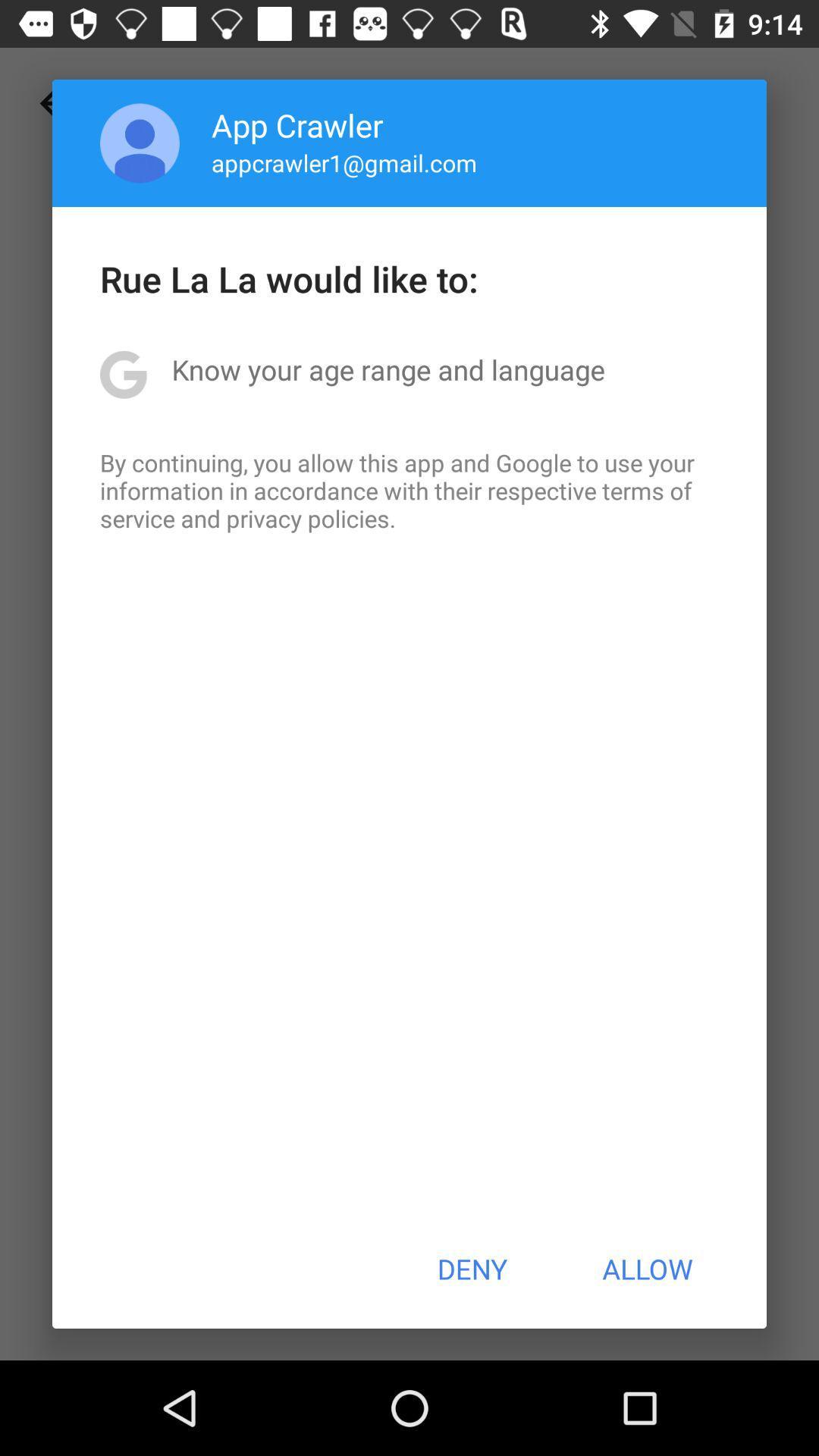 The width and height of the screenshot is (819, 1456). What do you see at coordinates (471, 1269) in the screenshot?
I see `the icon at the bottom` at bounding box center [471, 1269].